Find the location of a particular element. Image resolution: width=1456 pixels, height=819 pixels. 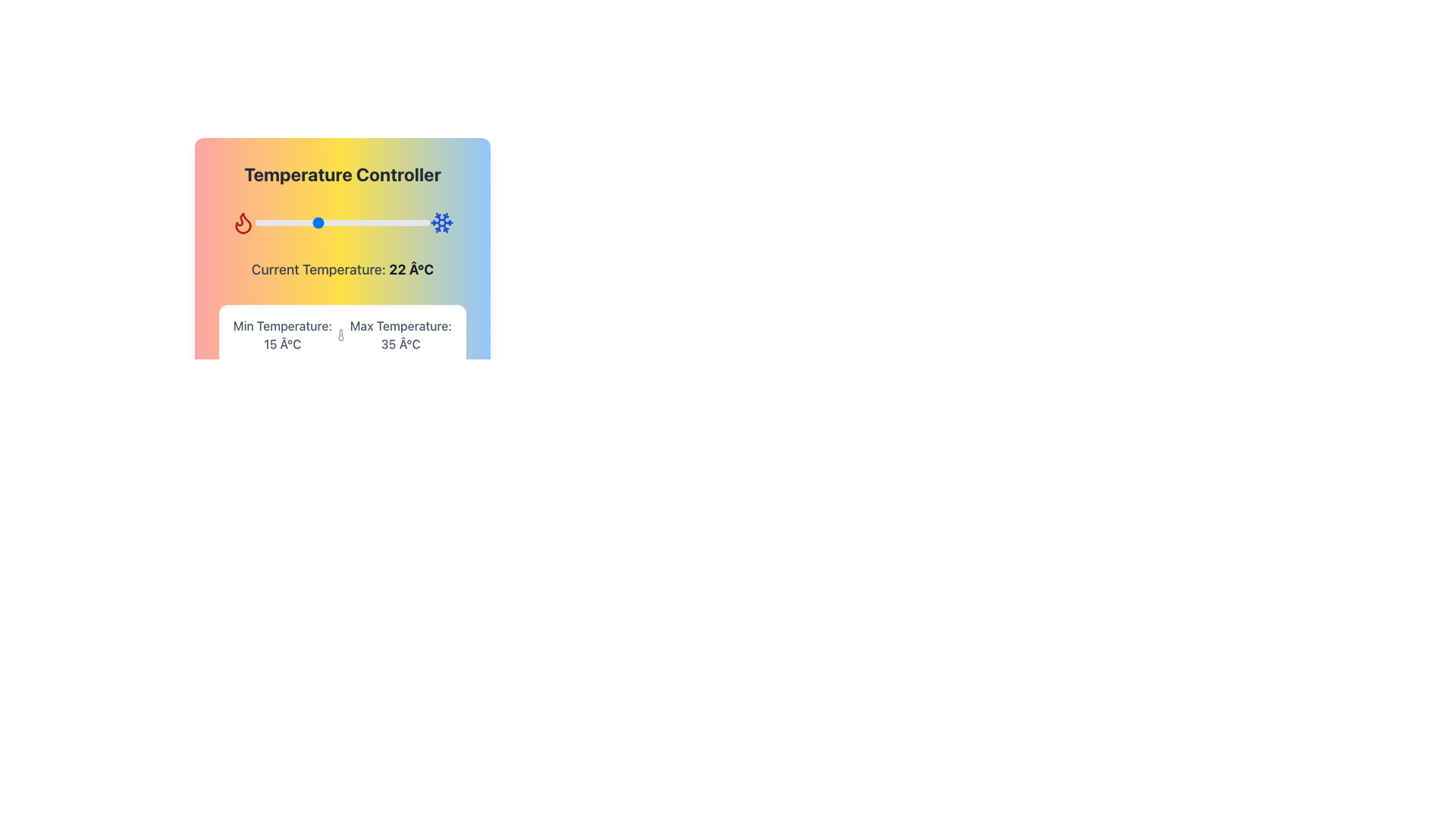

the temperature reading text element that displays the current environmental or system temperature, located to the right of the 'Current Temperature:' label is located at coordinates (411, 268).